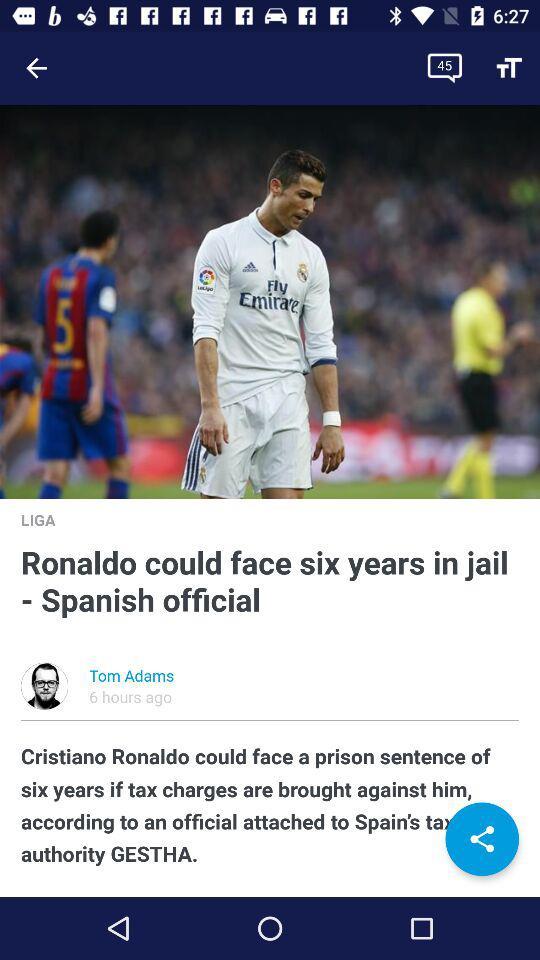 The width and height of the screenshot is (540, 960). Describe the element at coordinates (270, 301) in the screenshot. I see `icon above liga icon` at that location.